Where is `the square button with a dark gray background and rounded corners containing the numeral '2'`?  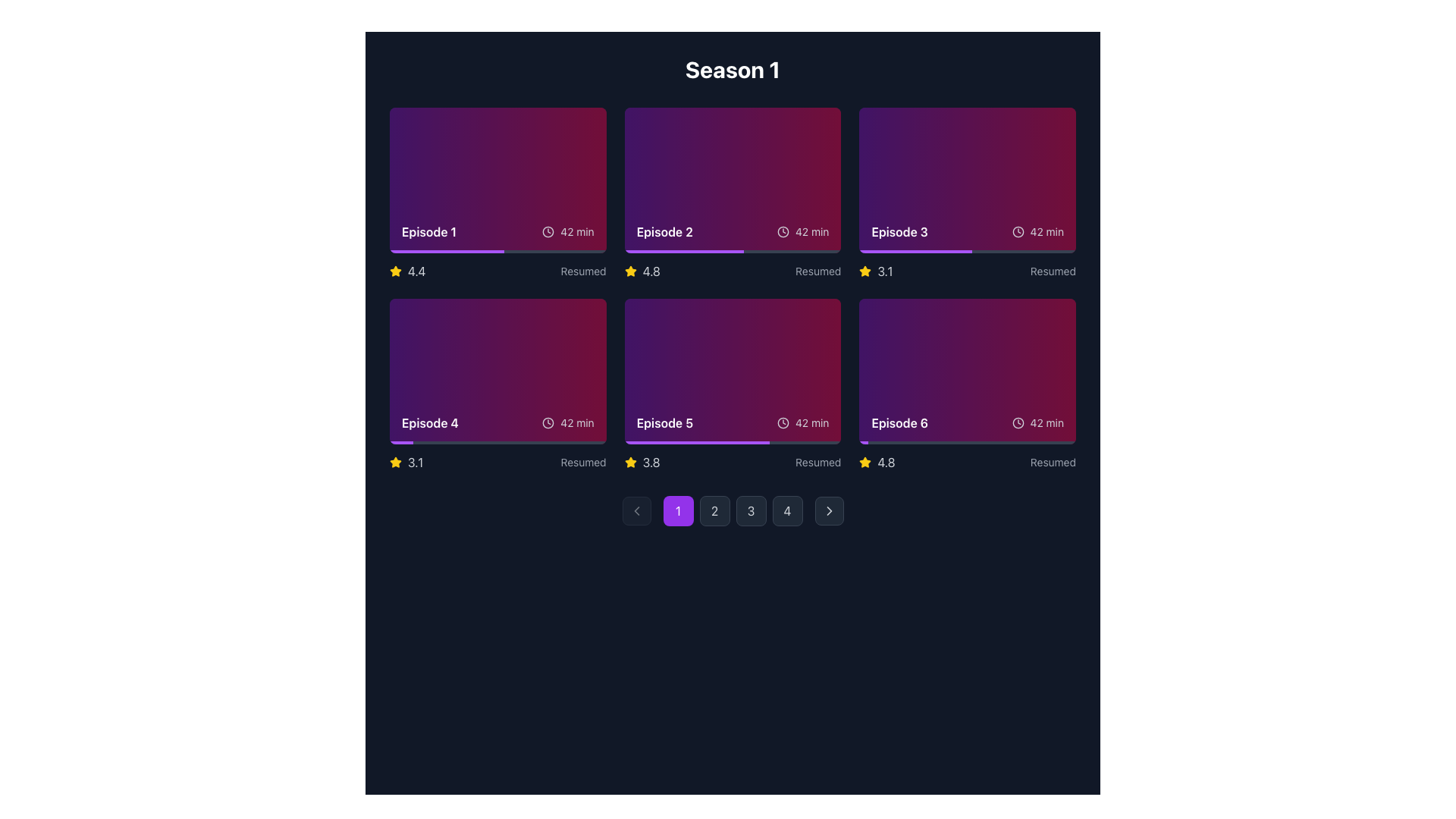
the square button with a dark gray background and rounded corners containing the numeral '2' is located at coordinates (714, 511).